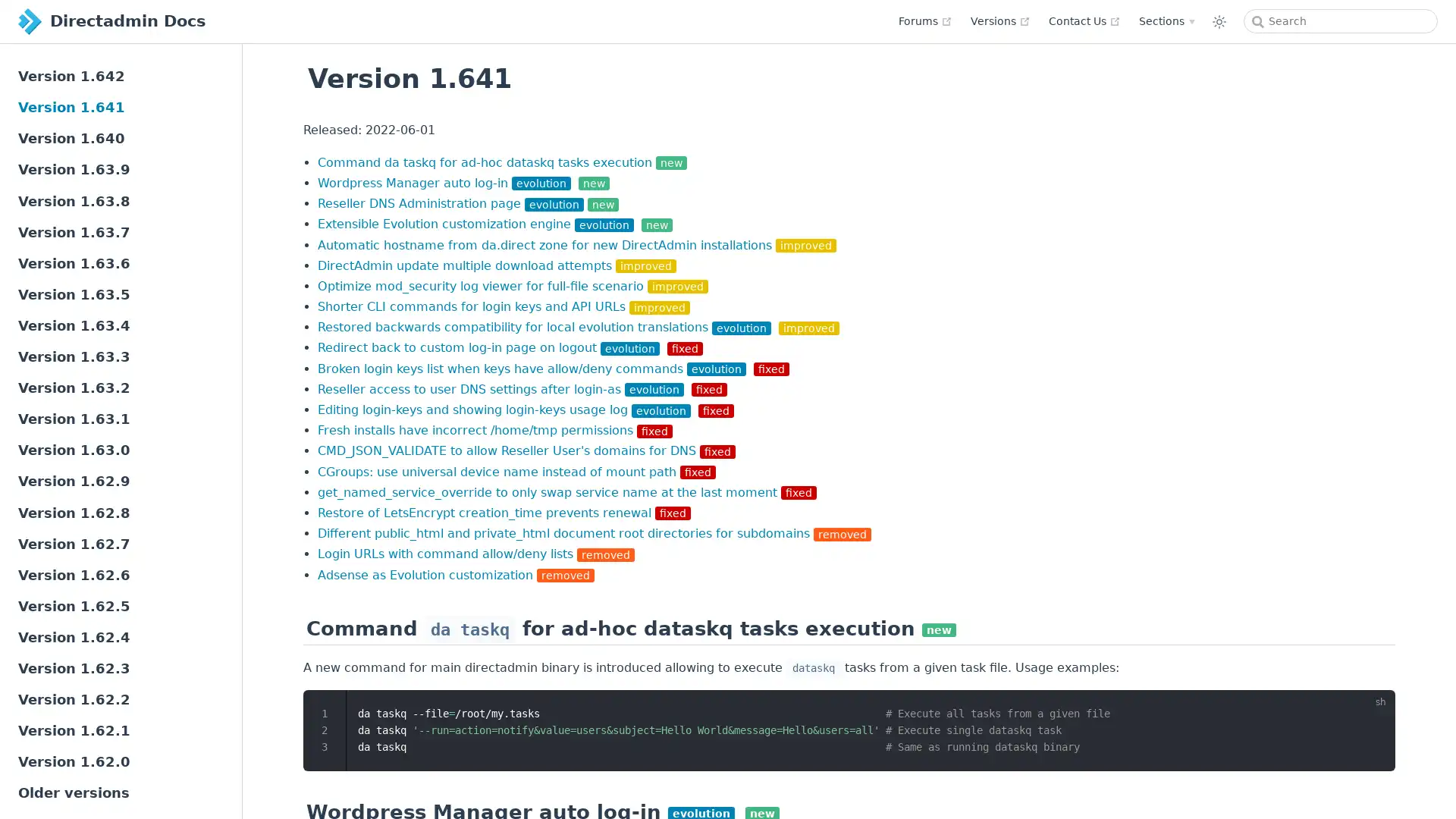  I want to click on Sections, so click(1166, 20).